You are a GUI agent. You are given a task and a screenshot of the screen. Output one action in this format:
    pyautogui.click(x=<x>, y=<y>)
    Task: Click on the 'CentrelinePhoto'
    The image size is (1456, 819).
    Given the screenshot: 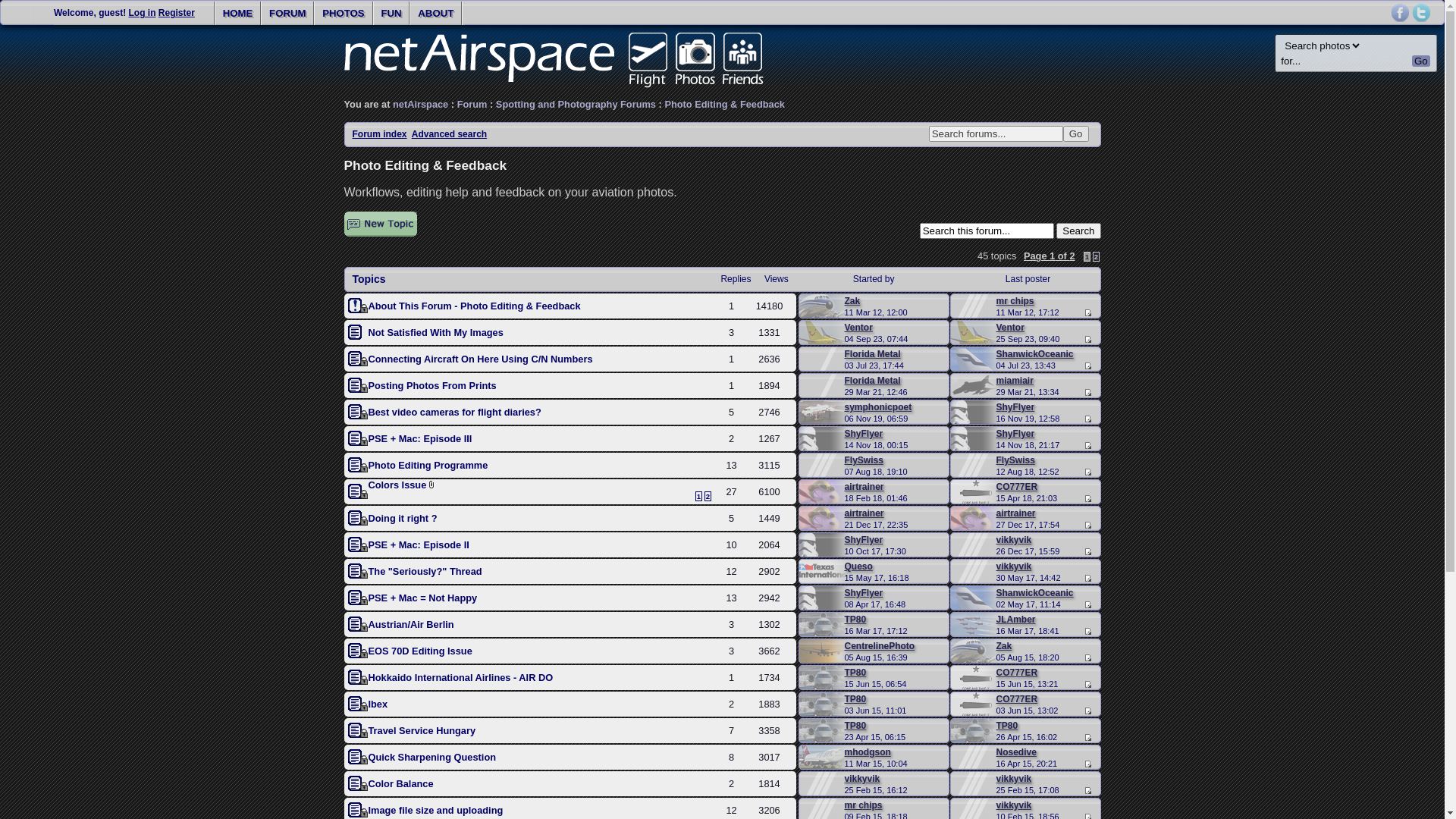 What is the action you would take?
    pyautogui.click(x=880, y=646)
    